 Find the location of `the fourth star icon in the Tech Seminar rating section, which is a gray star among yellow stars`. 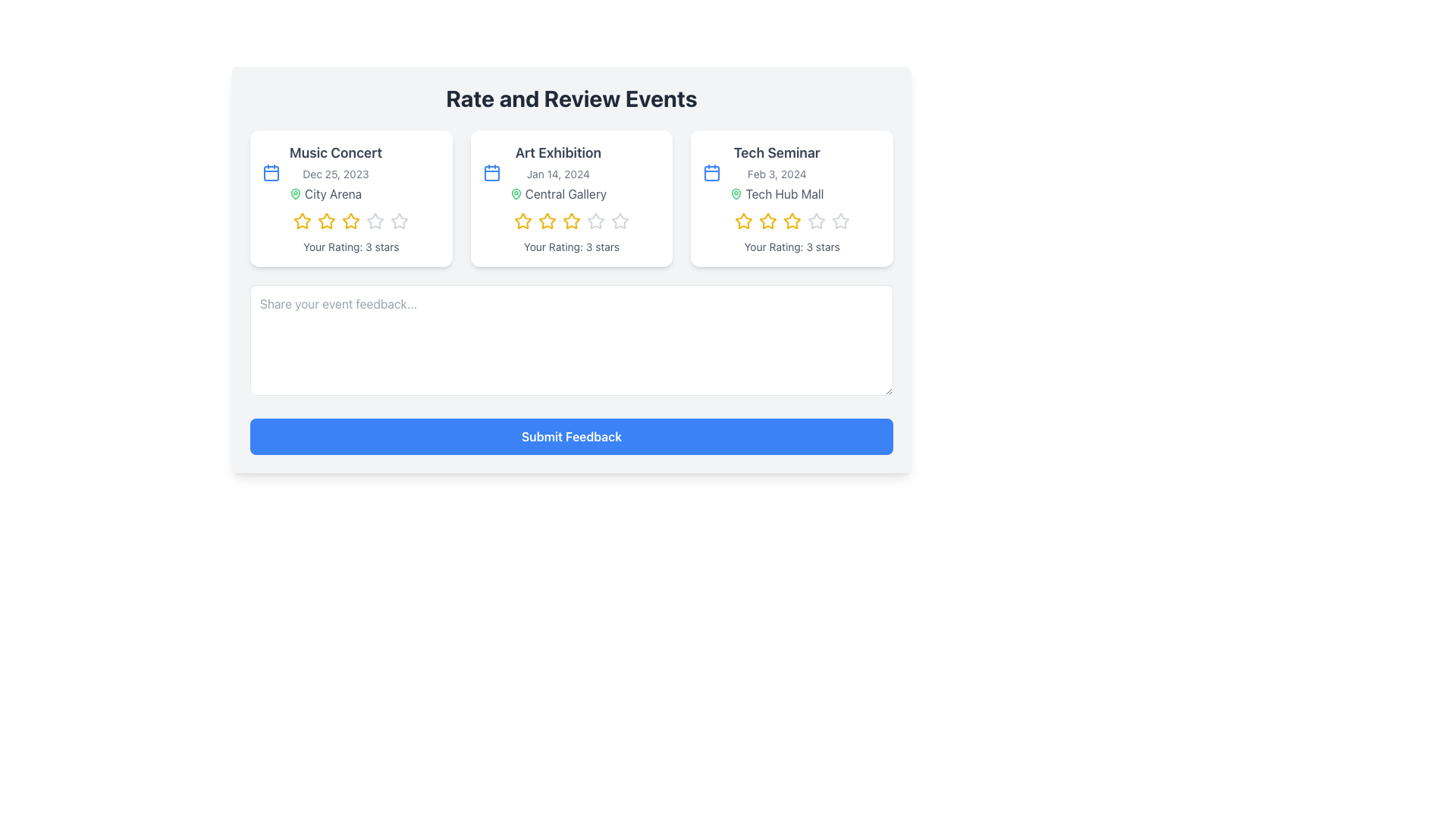

the fourth star icon in the Tech Seminar rating section, which is a gray star among yellow stars is located at coordinates (815, 221).